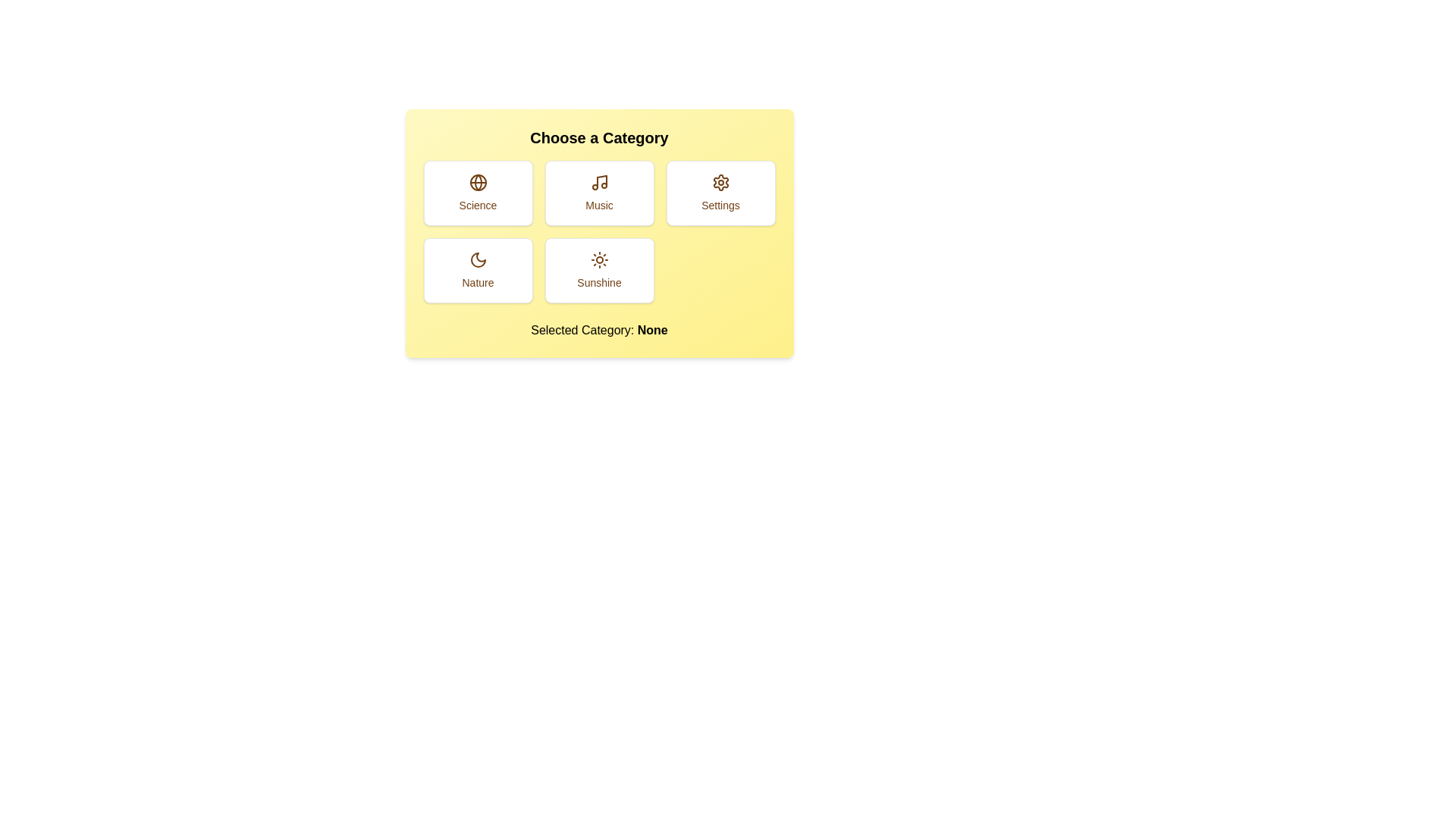 The image size is (1456, 819). What do you see at coordinates (477, 192) in the screenshot?
I see `the 'Science' category button located at the top-left corner among a grid of six buttons` at bounding box center [477, 192].